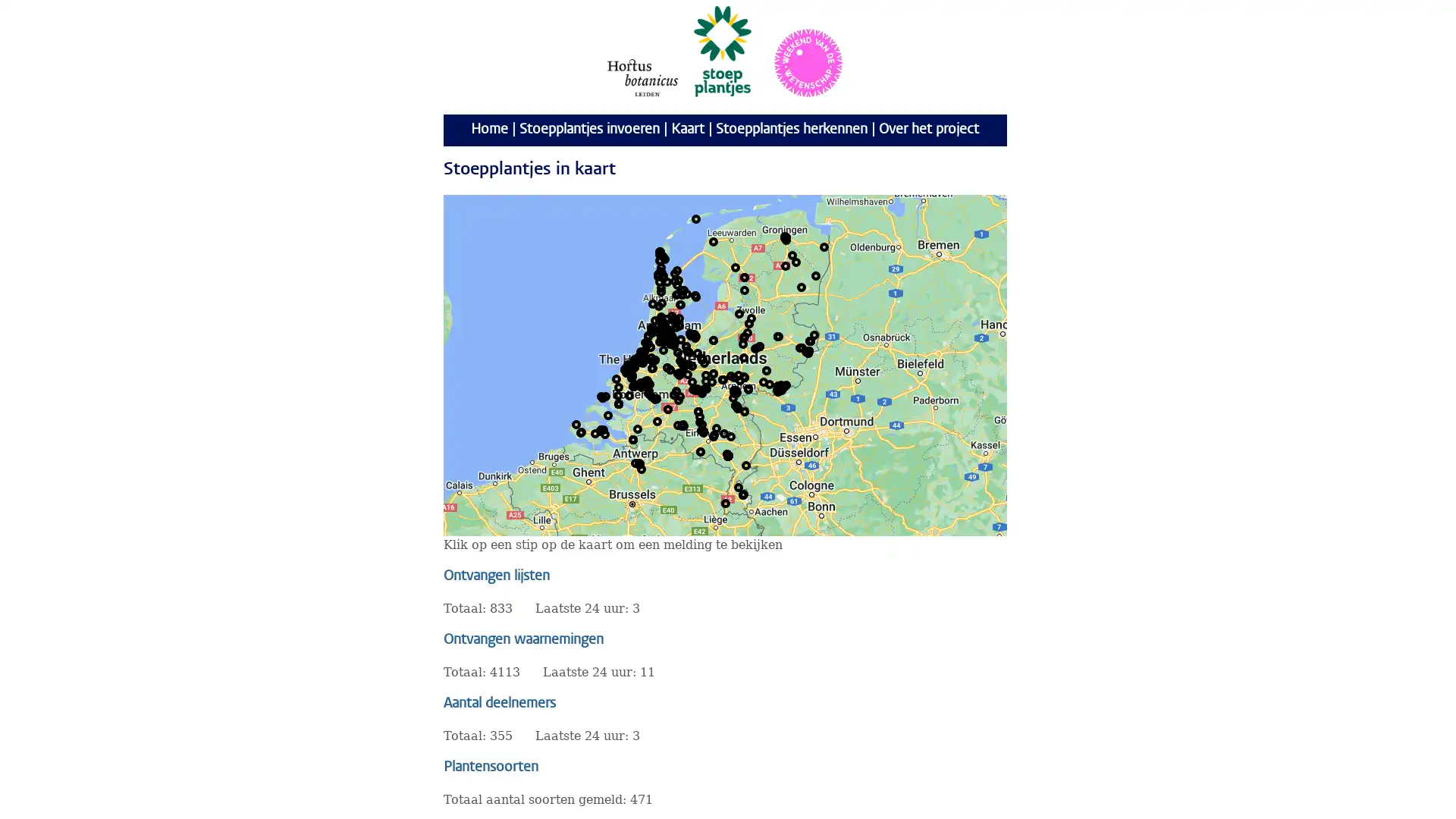 This screenshot has height=819, width=1456. Describe the element at coordinates (642, 359) in the screenshot. I see `Telling van Mika Tkauz op 22 april 2022` at that location.